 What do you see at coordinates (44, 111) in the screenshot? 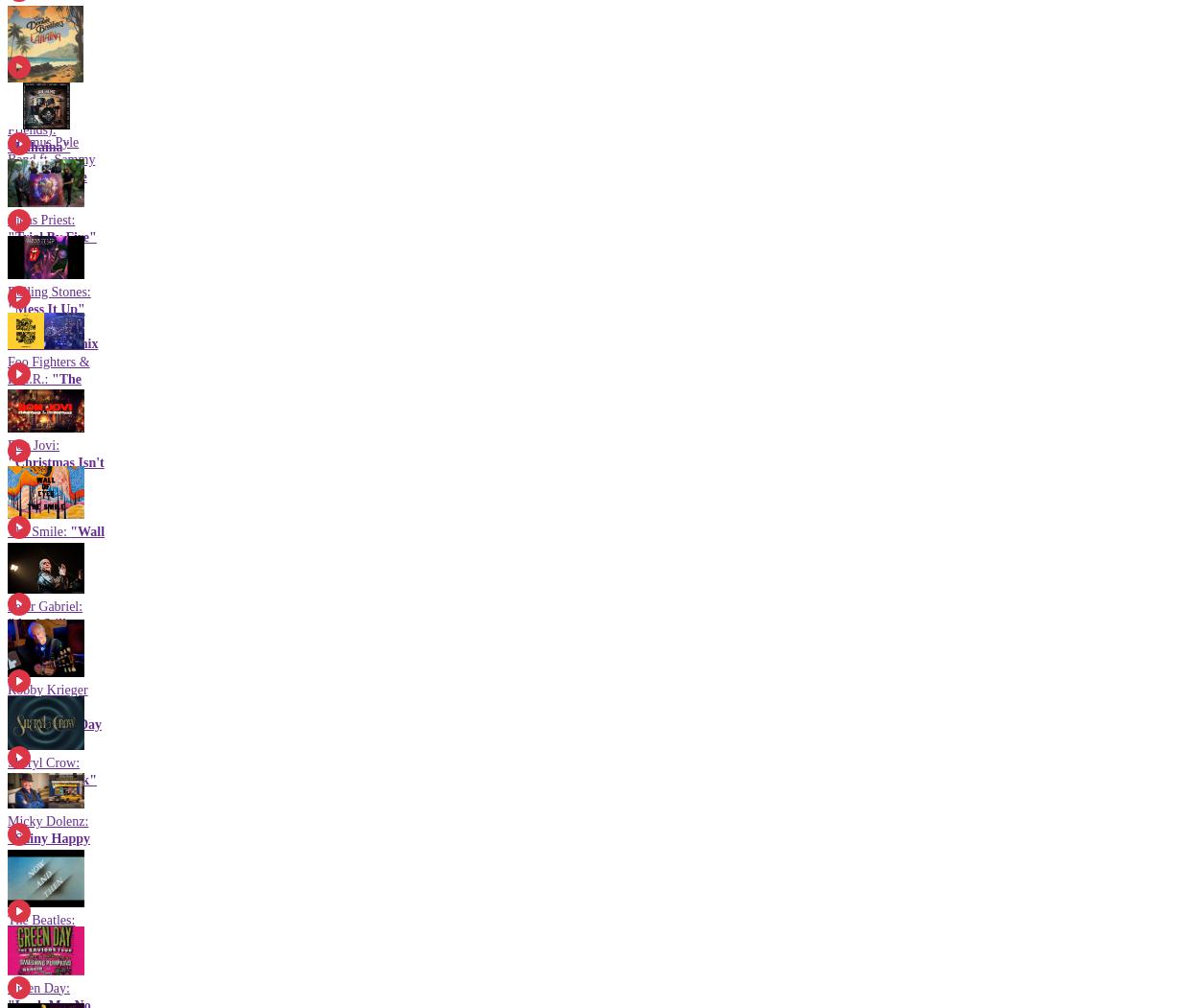
I see `'The Doobie Brothers (and Friends):'` at bounding box center [44, 111].